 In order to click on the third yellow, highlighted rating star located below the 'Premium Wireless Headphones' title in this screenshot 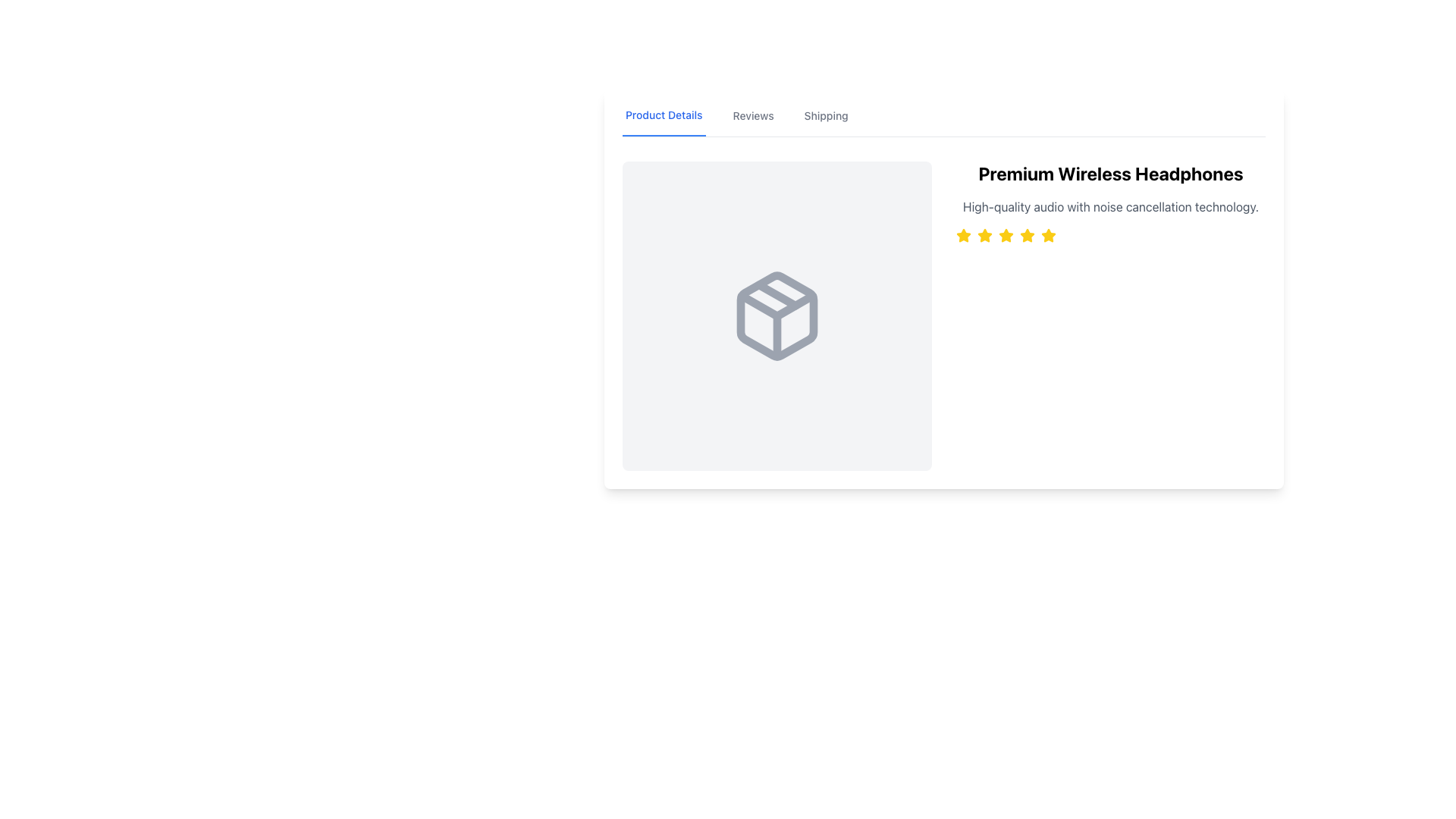, I will do `click(1006, 235)`.